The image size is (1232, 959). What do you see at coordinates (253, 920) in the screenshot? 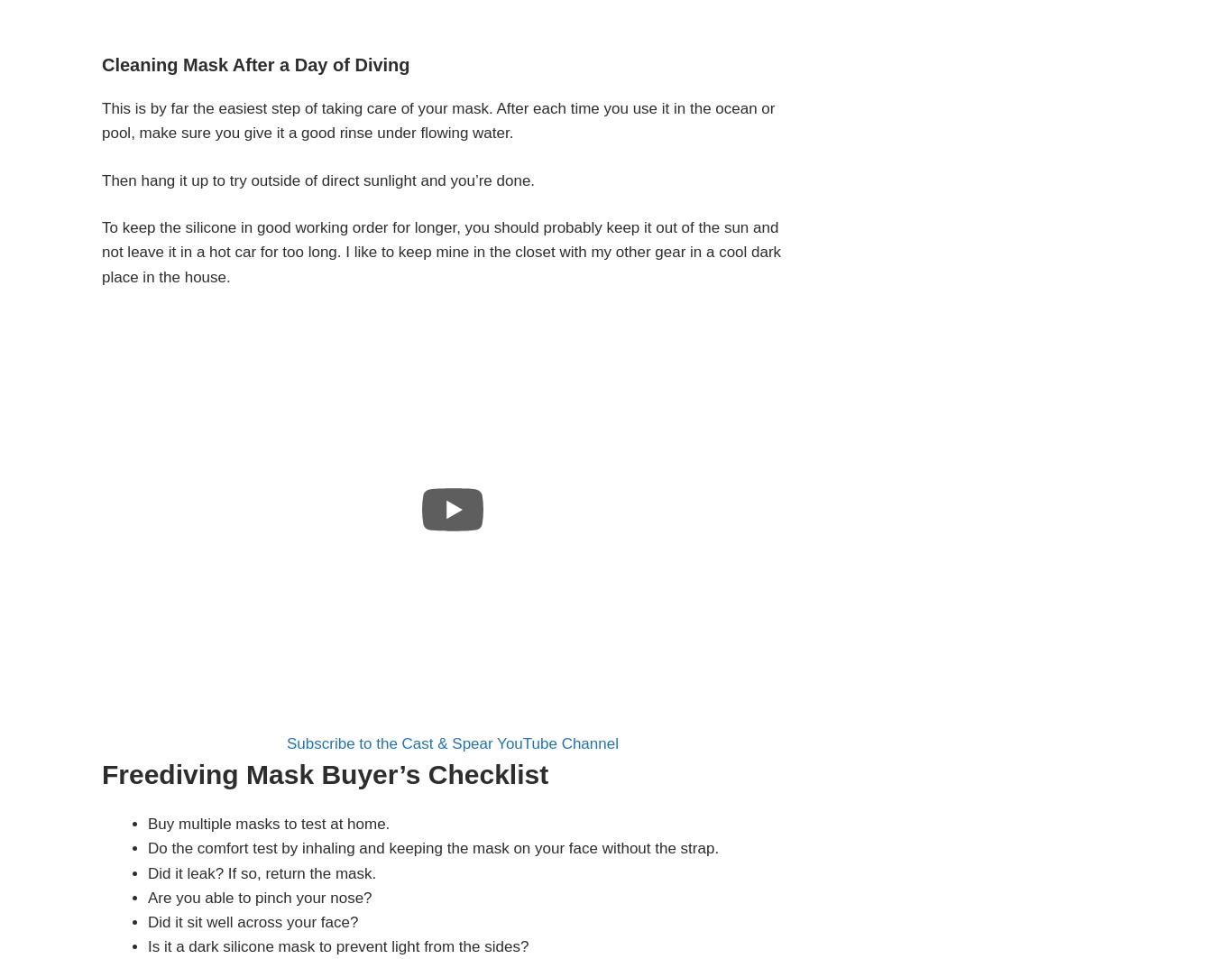
I see `'Did it sit well across your face?'` at bounding box center [253, 920].